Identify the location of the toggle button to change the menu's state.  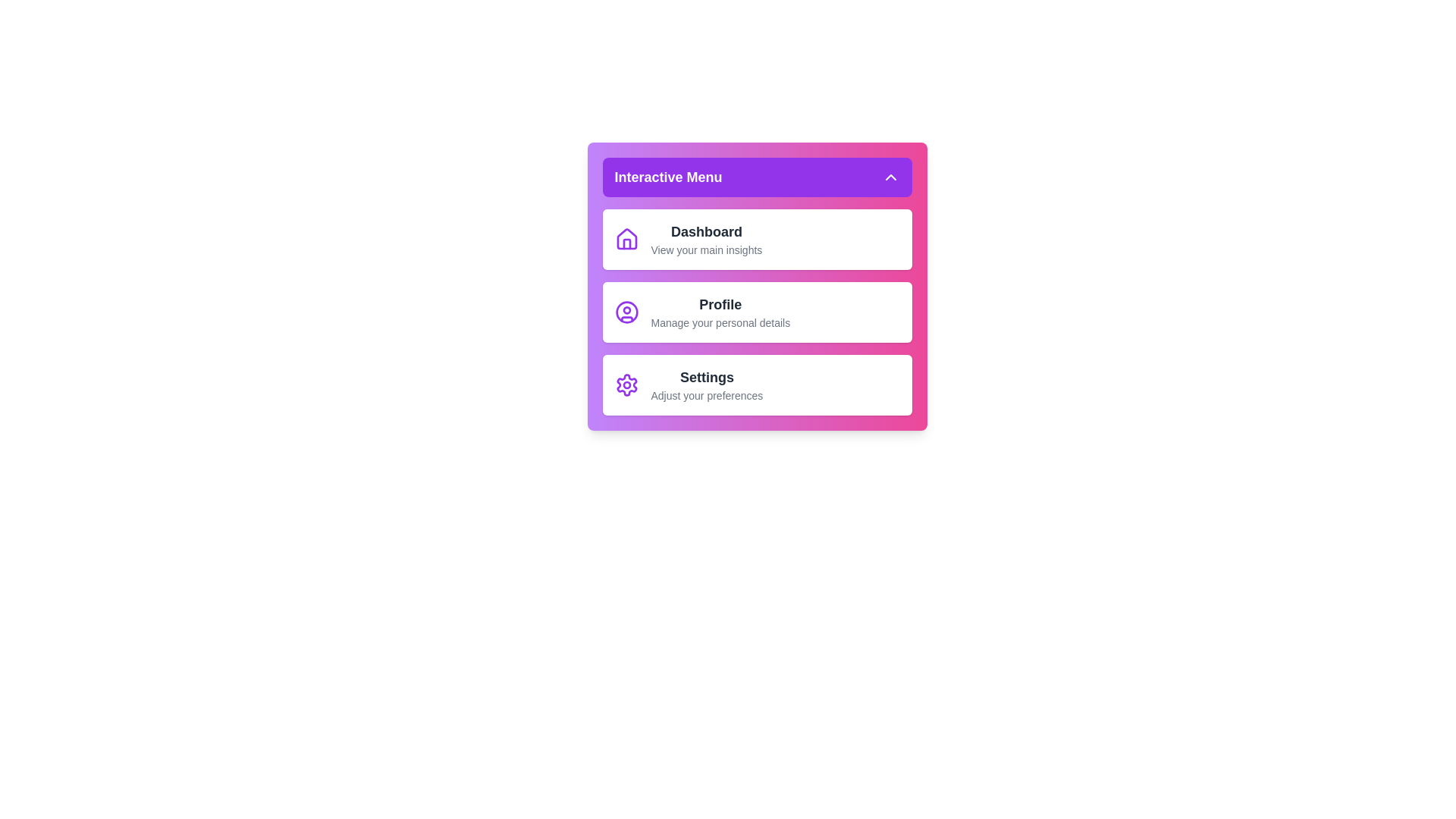
(757, 177).